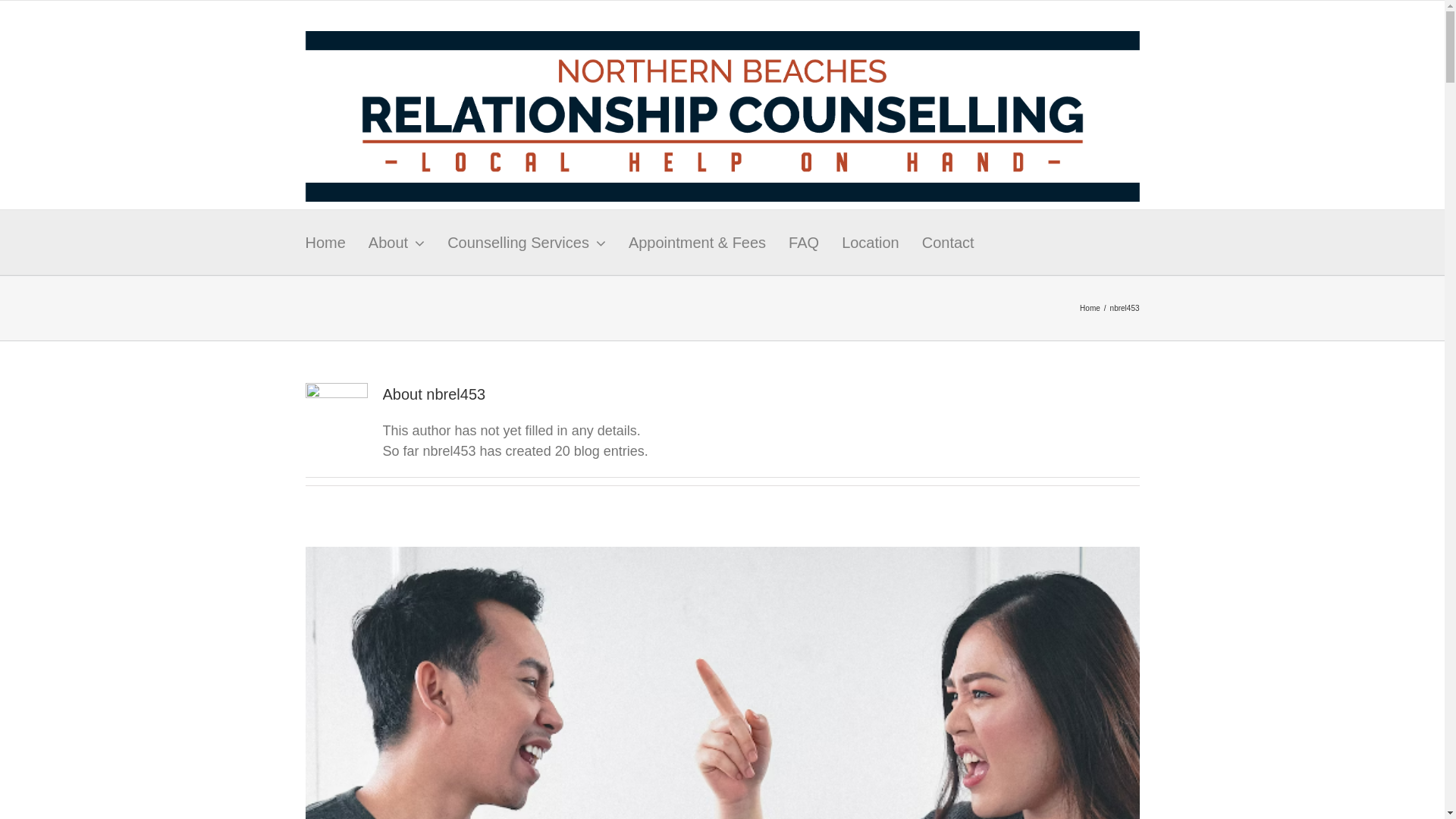  I want to click on 'Contact', so click(947, 241).